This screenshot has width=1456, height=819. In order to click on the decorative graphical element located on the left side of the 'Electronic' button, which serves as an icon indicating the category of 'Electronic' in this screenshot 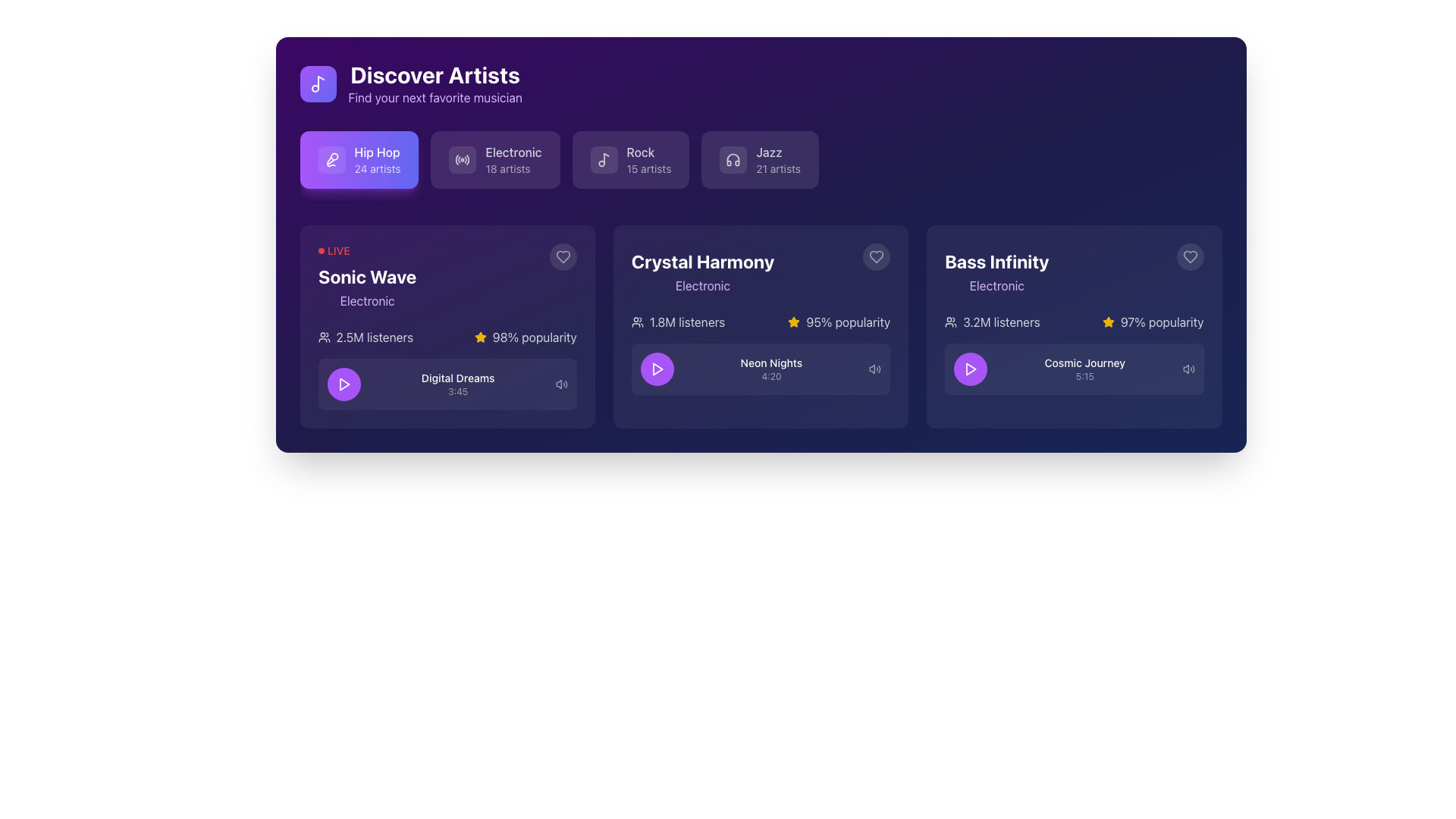, I will do `click(462, 160)`.